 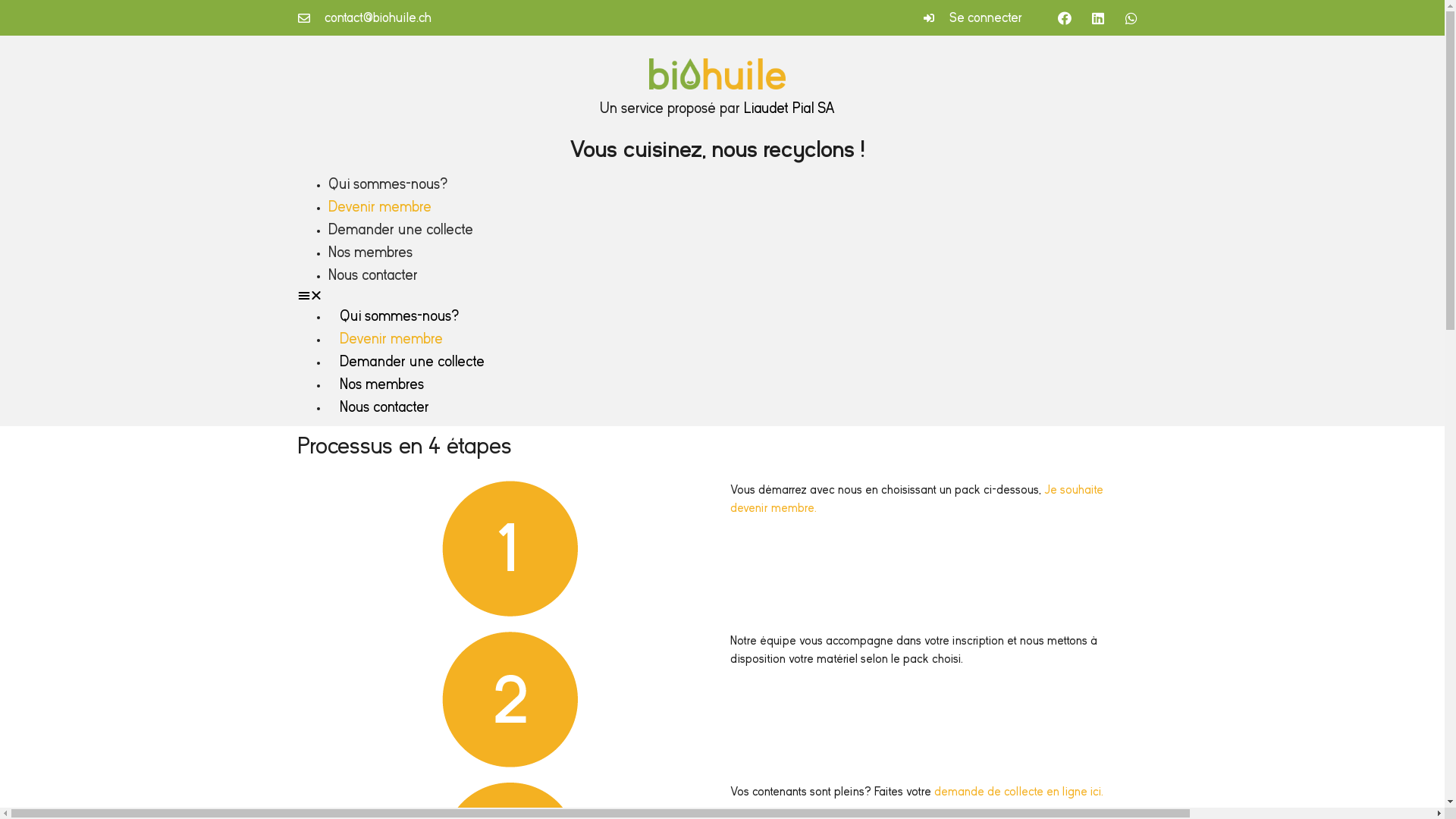 What do you see at coordinates (372, 275) in the screenshot?
I see `'Nous contacter'` at bounding box center [372, 275].